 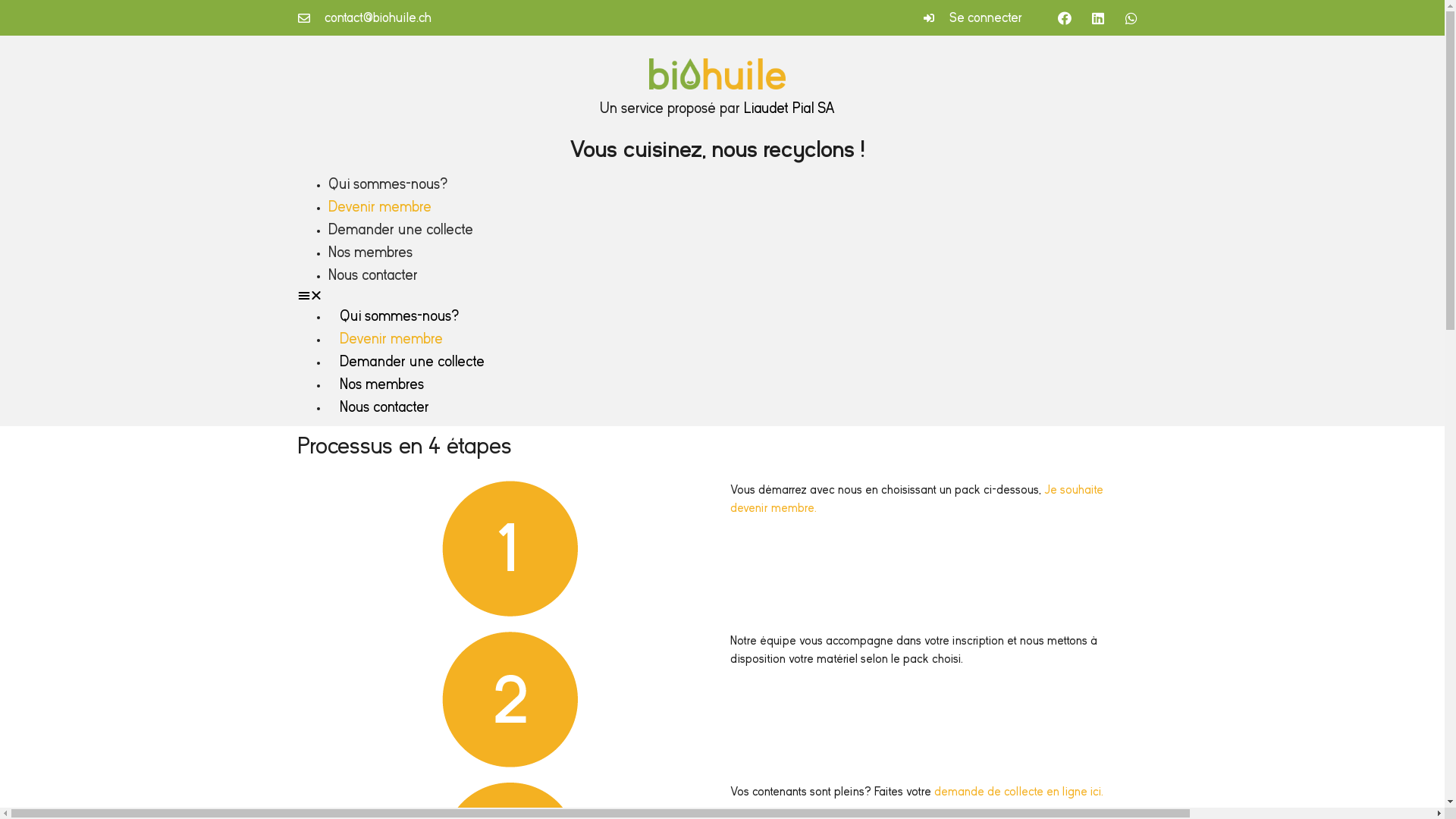 What do you see at coordinates (372, 275) in the screenshot?
I see `'Nous contacter'` at bounding box center [372, 275].